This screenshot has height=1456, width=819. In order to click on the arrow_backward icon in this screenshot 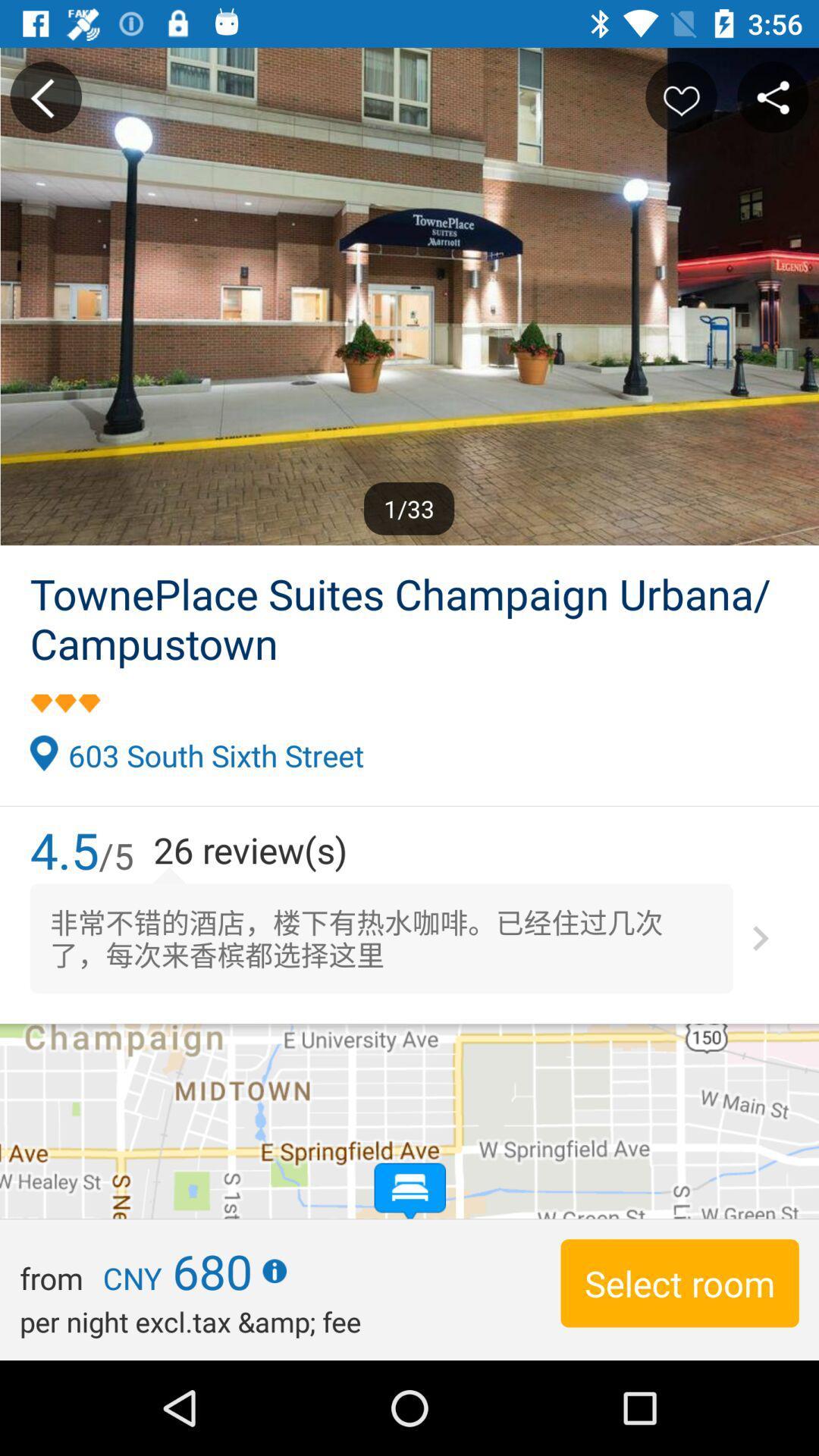, I will do `click(45, 96)`.